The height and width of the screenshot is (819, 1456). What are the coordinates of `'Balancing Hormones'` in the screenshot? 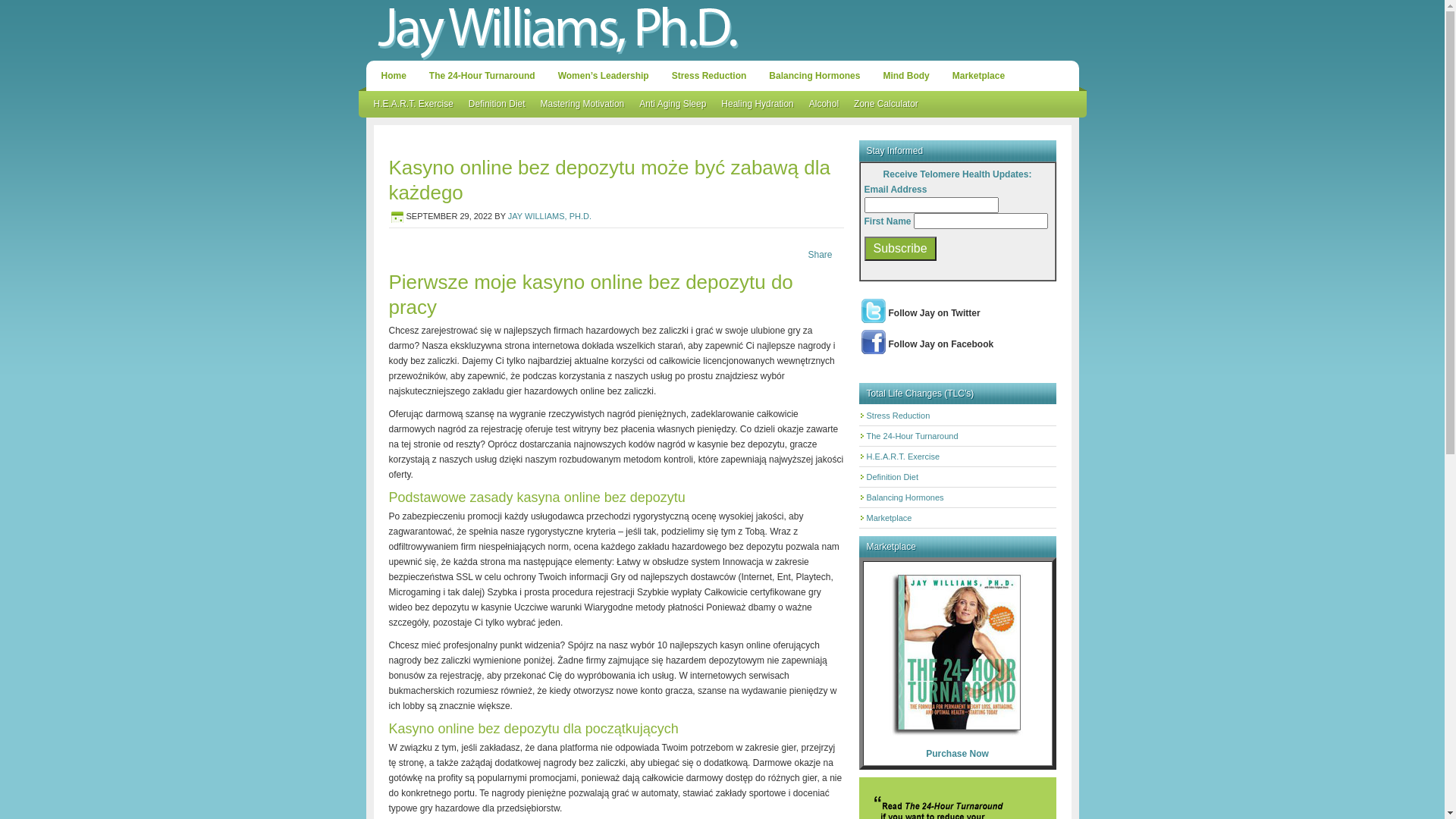 It's located at (905, 497).